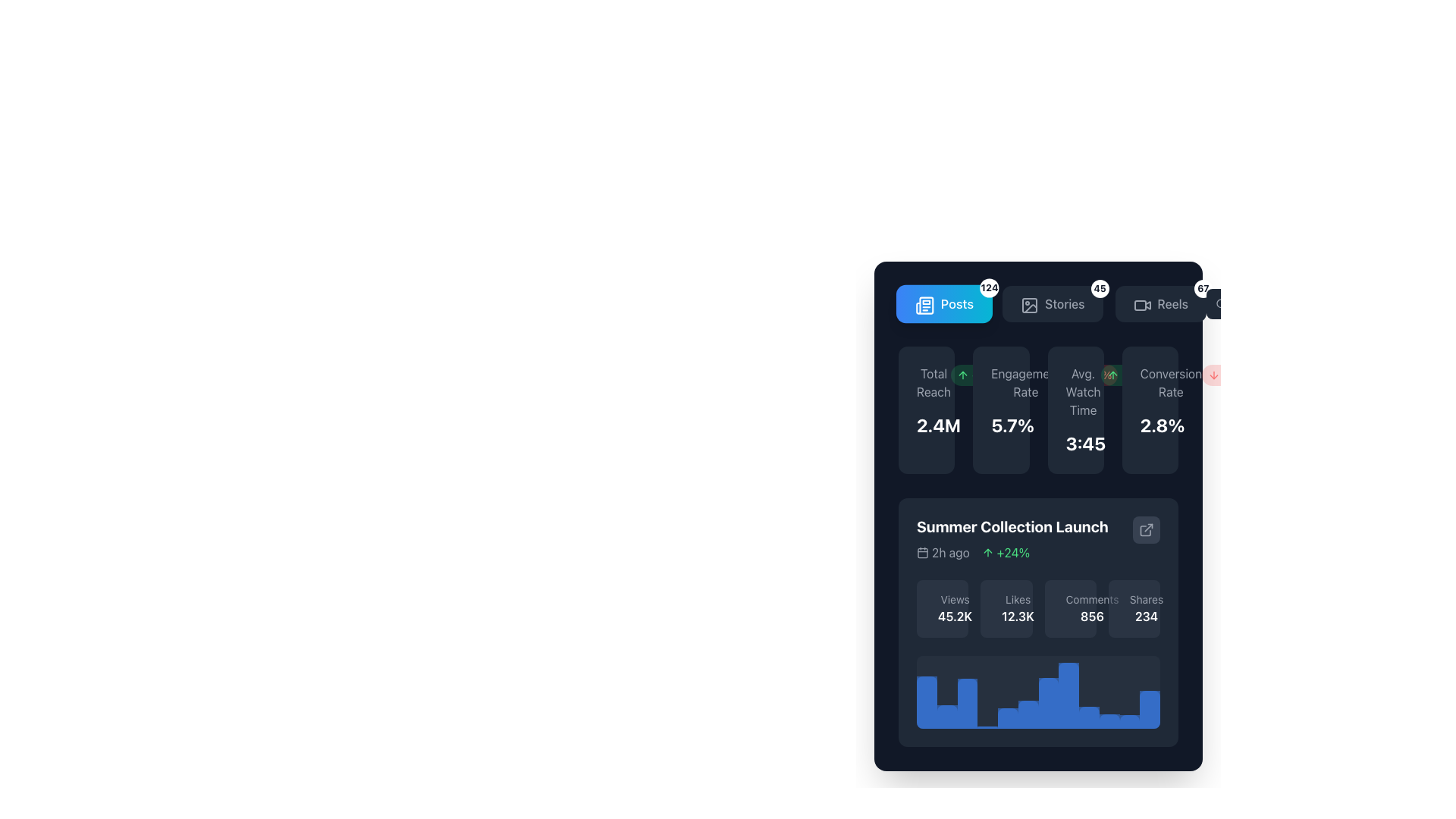 Image resolution: width=1456 pixels, height=819 pixels. What do you see at coordinates (926, 409) in the screenshot?
I see `displayed metrics from the Information card located in the top-left position of the grid layout` at bounding box center [926, 409].